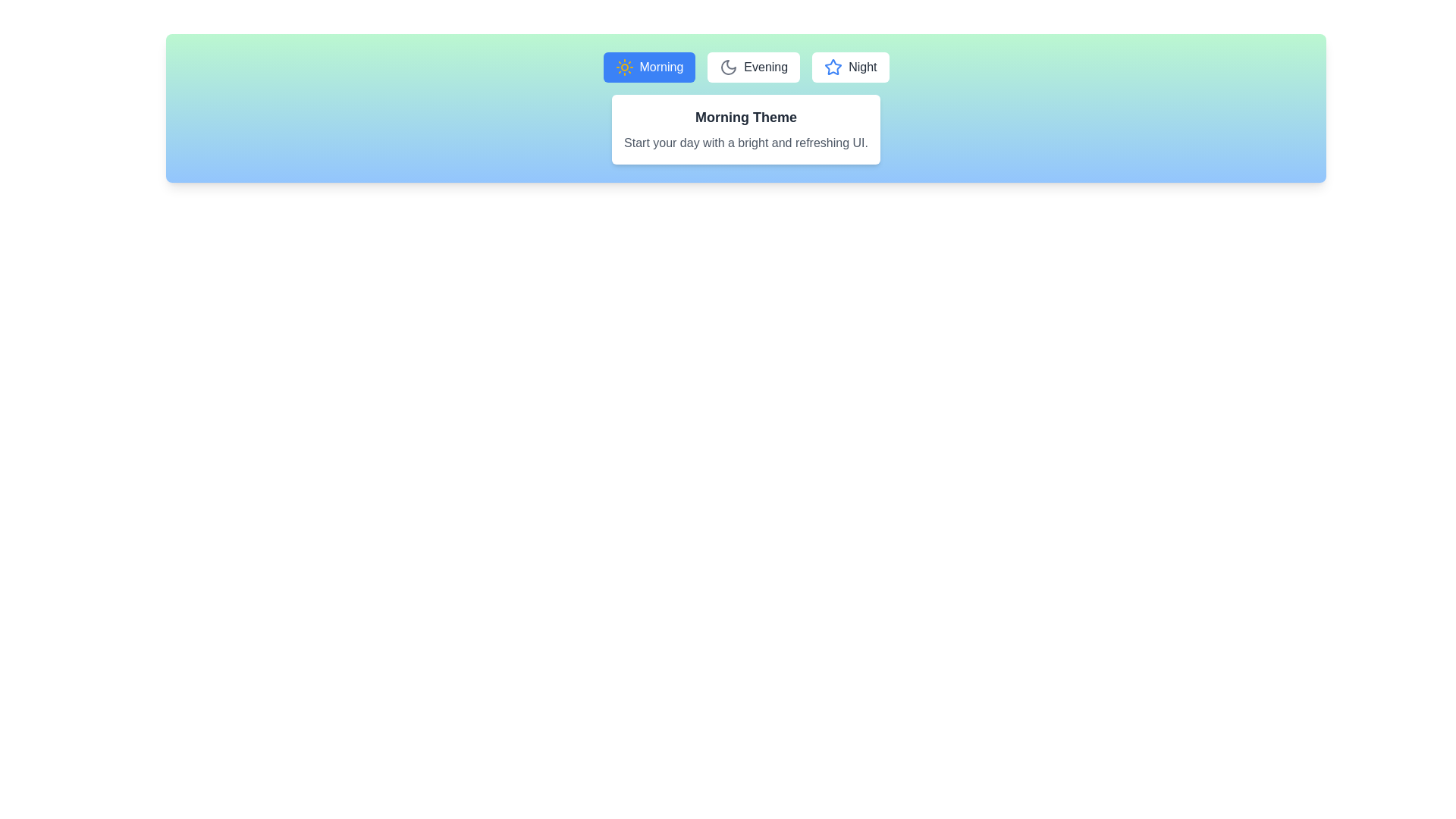 The height and width of the screenshot is (819, 1456). Describe the element at coordinates (649, 66) in the screenshot. I see `the button labeled Morning` at that location.